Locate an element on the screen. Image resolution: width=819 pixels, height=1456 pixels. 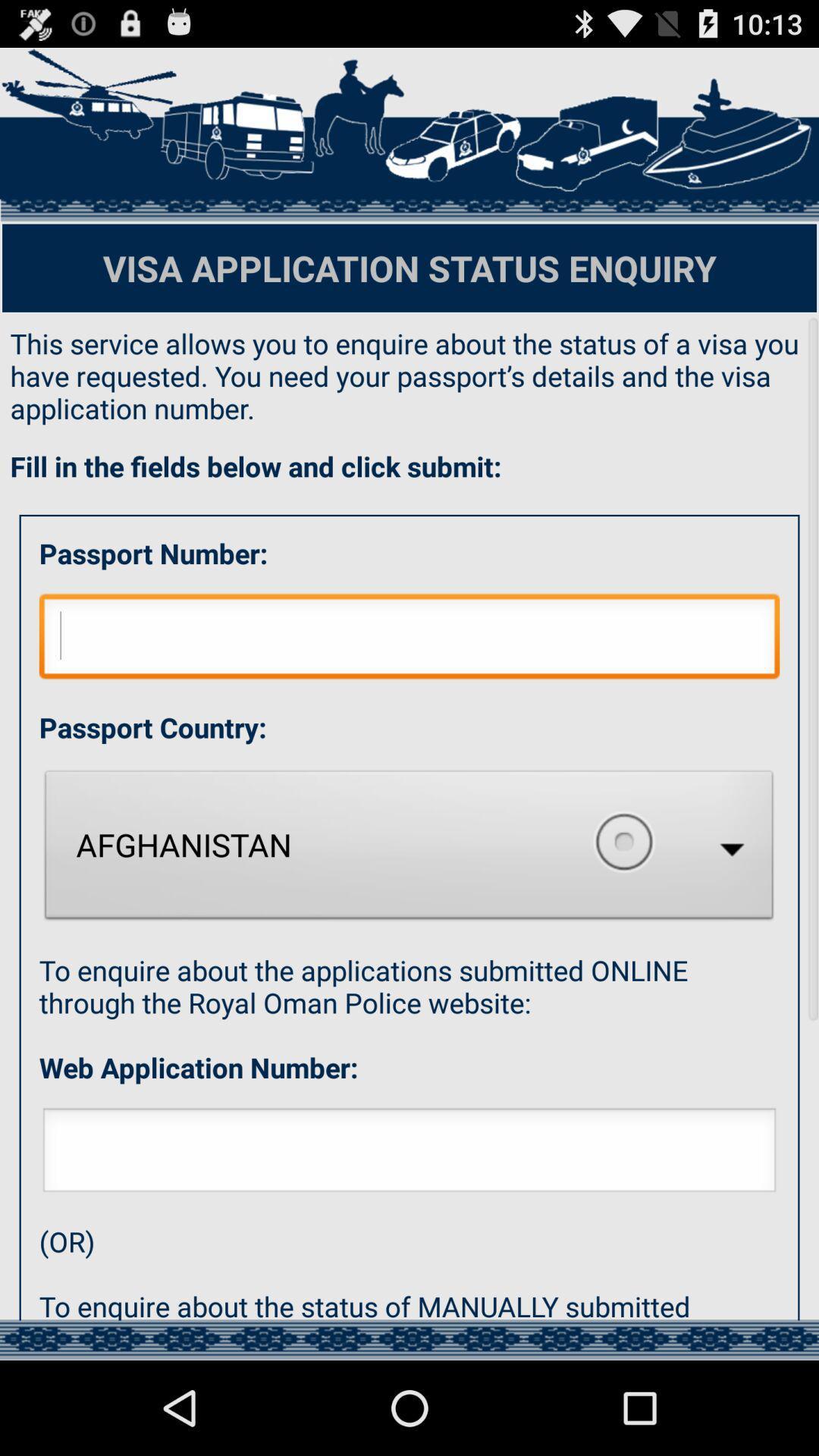
type the web application number is located at coordinates (409, 1153).